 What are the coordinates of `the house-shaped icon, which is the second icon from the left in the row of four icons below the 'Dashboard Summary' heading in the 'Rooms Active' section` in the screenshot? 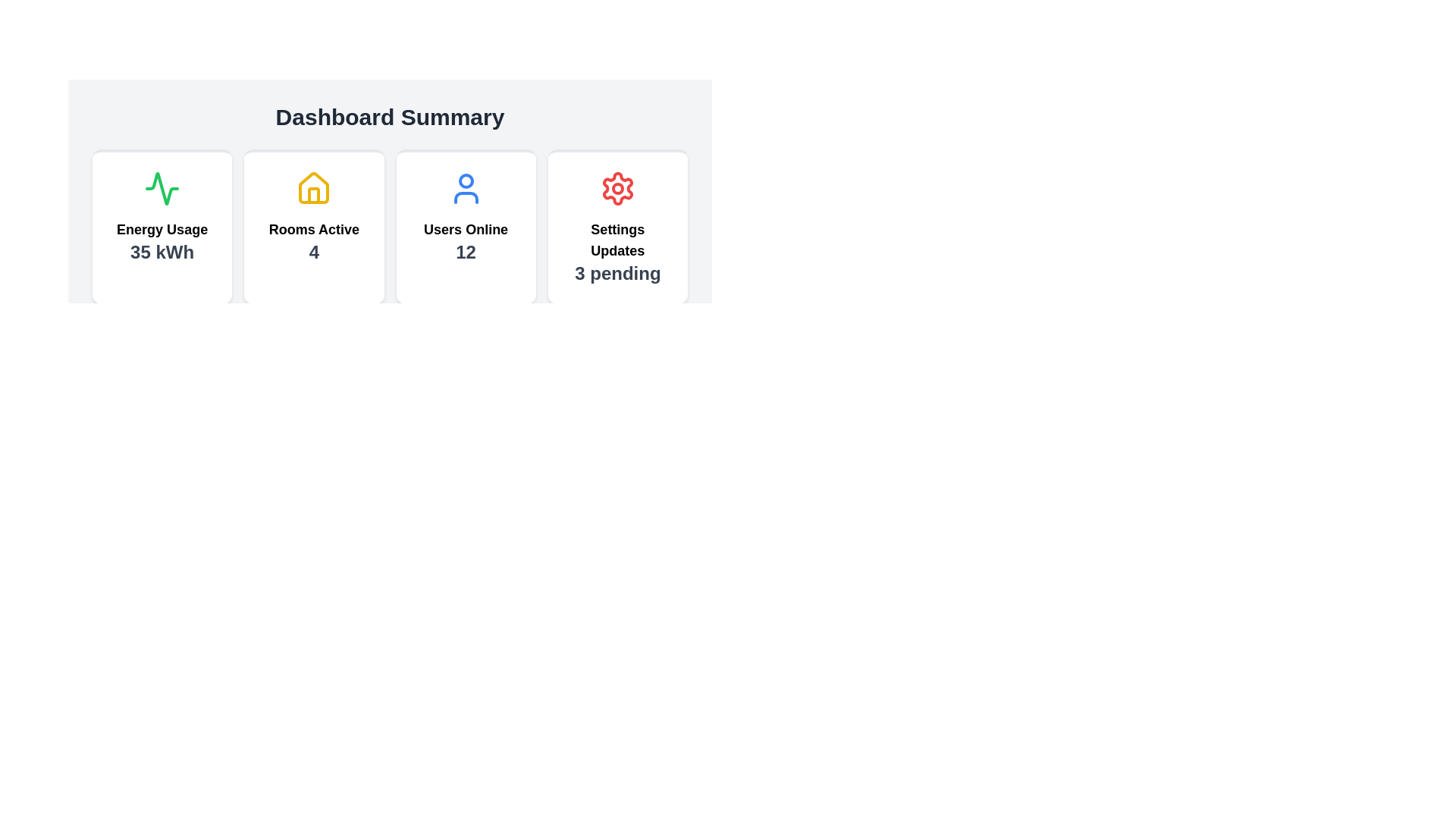 It's located at (313, 187).